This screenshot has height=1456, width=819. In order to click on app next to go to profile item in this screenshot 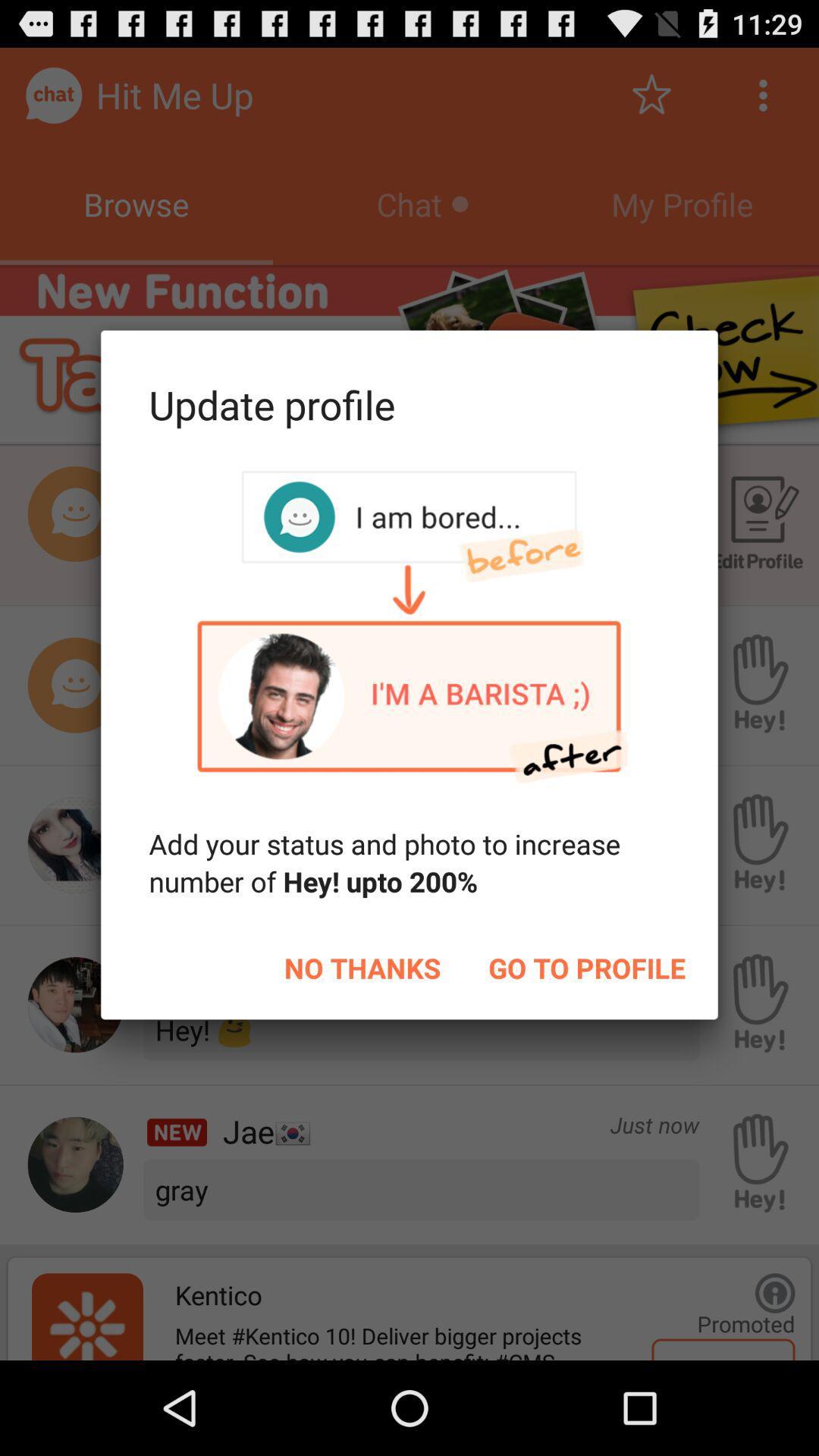, I will do `click(362, 967)`.